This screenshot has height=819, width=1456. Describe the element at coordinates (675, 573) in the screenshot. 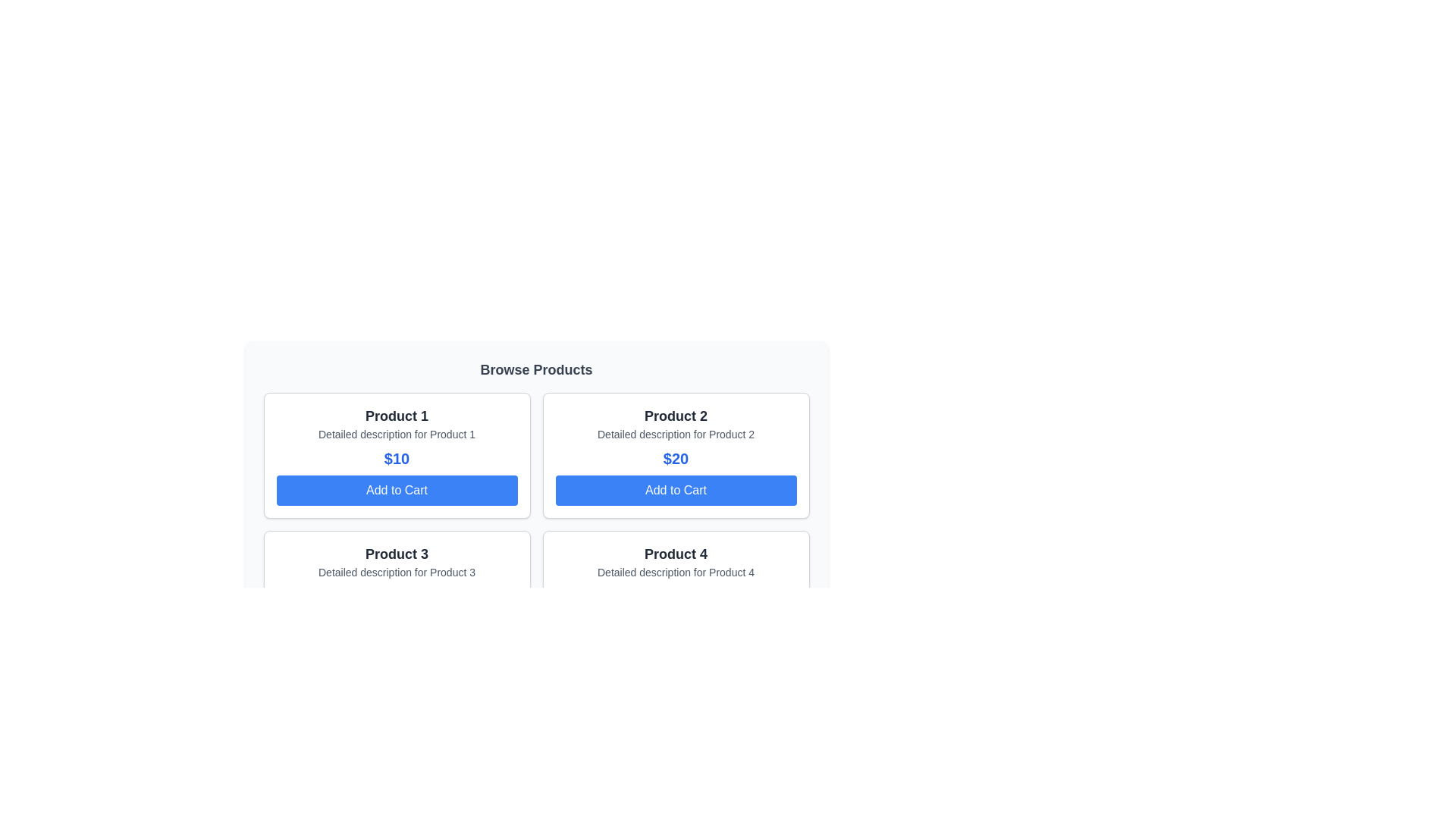

I see `the text element that contains 'Detailed description for Product 4', which is styled in smaller-sized gray text and positioned below the product title and above the price` at that location.